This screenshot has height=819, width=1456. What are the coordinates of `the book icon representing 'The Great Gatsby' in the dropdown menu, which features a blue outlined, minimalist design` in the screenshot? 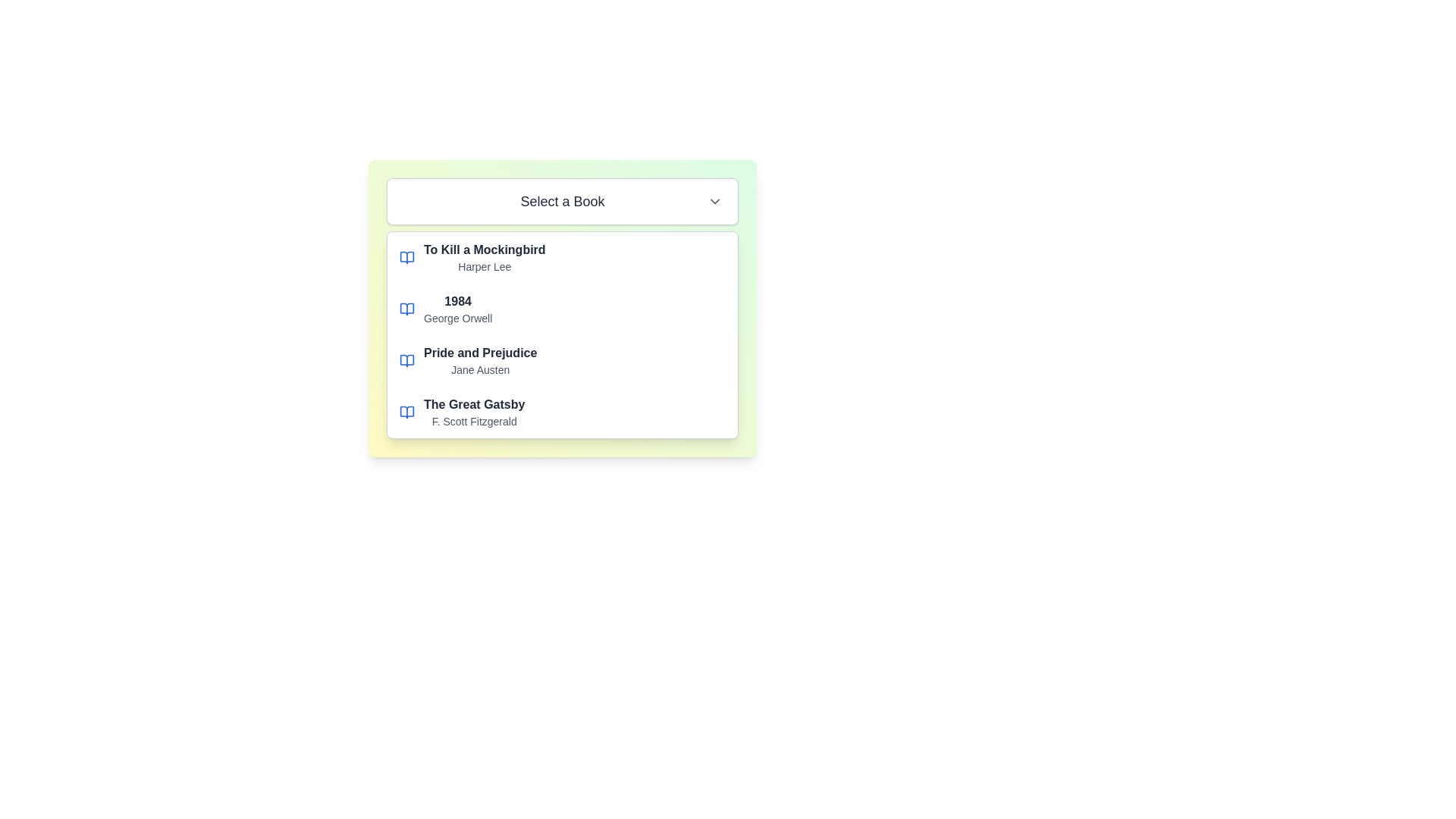 It's located at (407, 412).